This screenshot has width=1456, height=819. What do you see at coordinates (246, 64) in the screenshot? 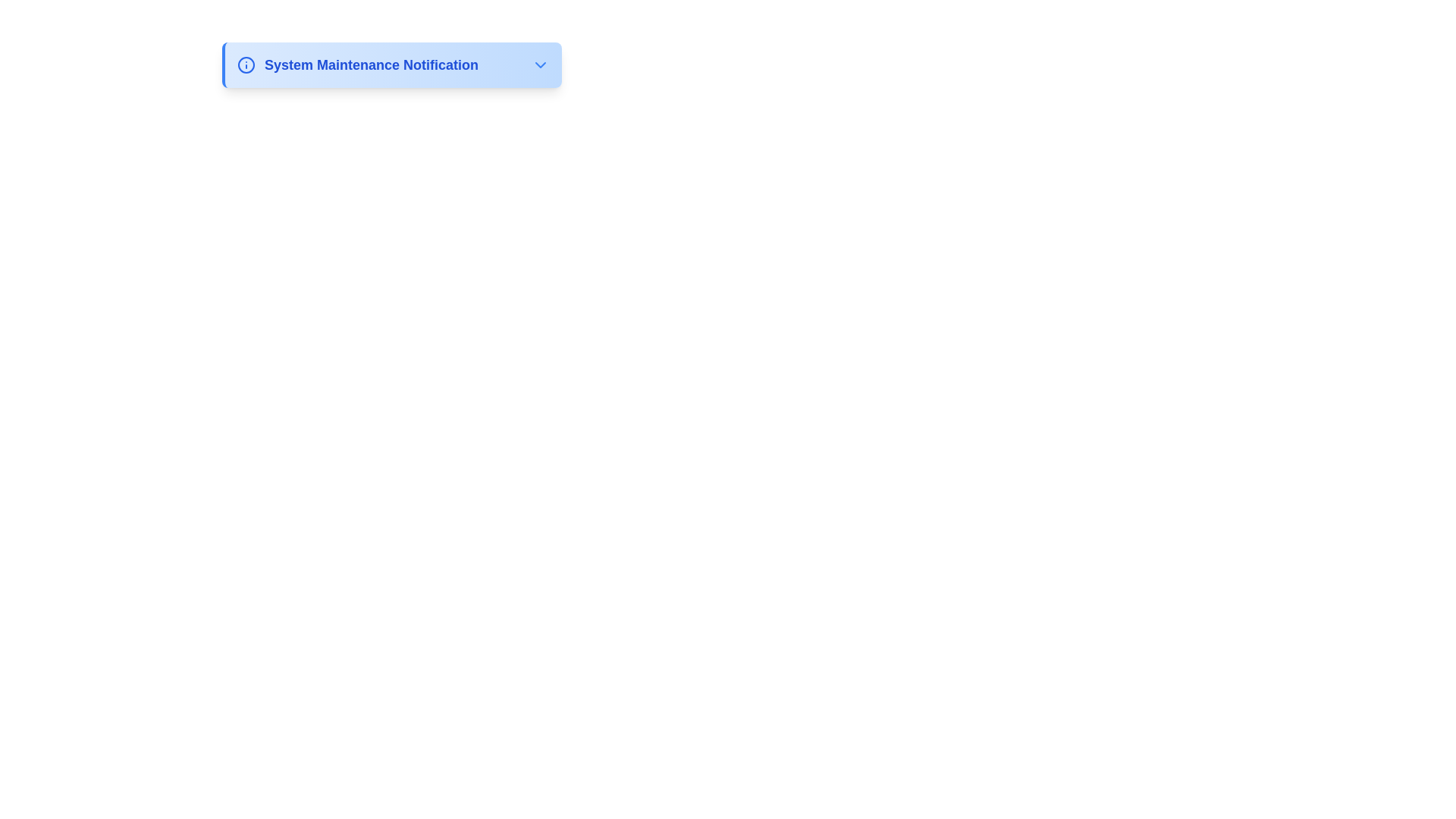
I see `the informational icon to view additional details` at bounding box center [246, 64].